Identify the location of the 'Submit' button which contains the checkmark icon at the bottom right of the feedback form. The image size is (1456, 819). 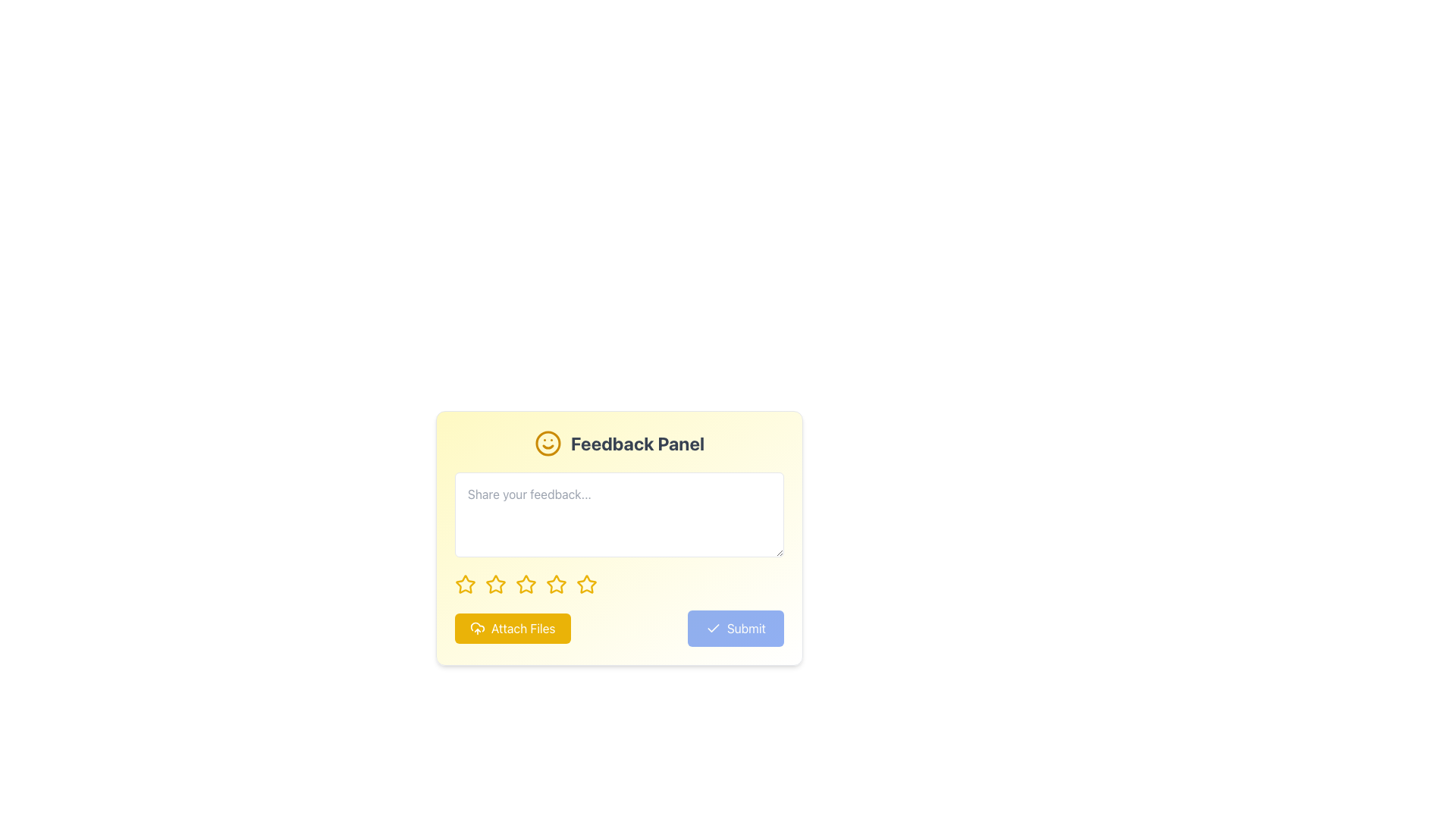
(712, 629).